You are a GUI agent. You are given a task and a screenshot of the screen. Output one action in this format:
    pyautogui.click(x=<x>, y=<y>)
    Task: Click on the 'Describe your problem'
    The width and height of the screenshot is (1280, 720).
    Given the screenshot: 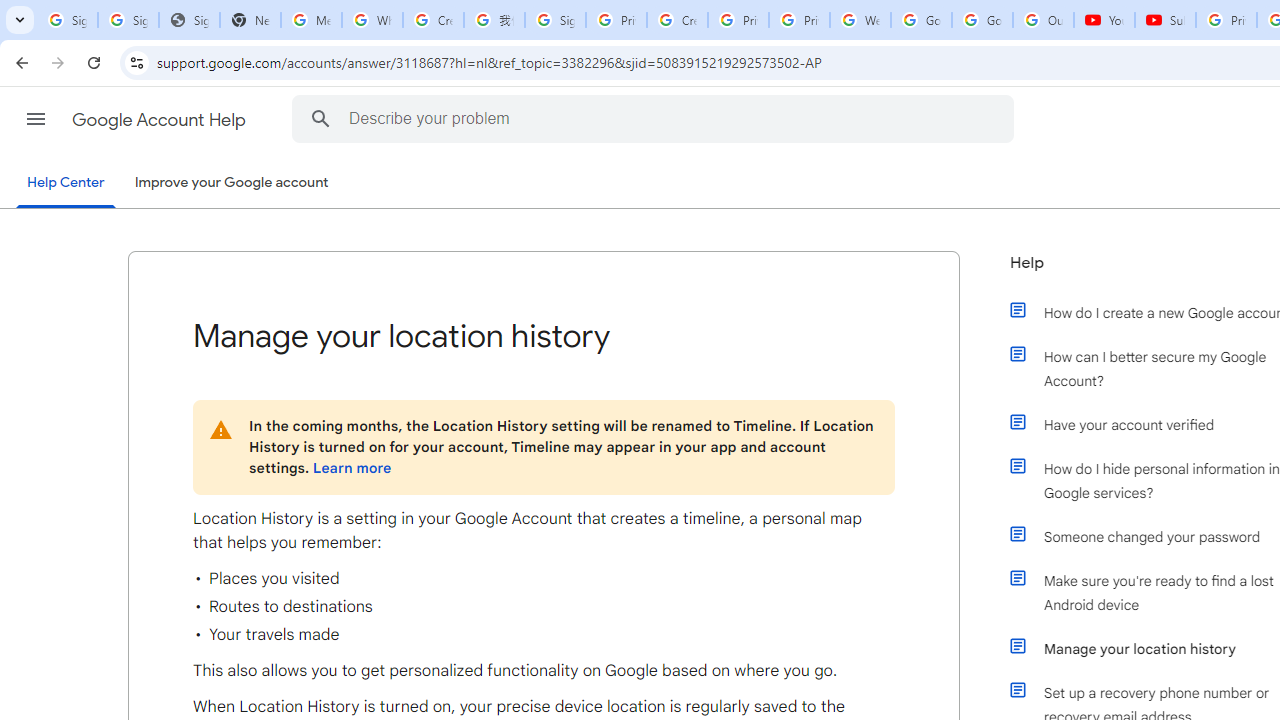 What is the action you would take?
    pyautogui.click(x=656, y=118)
    